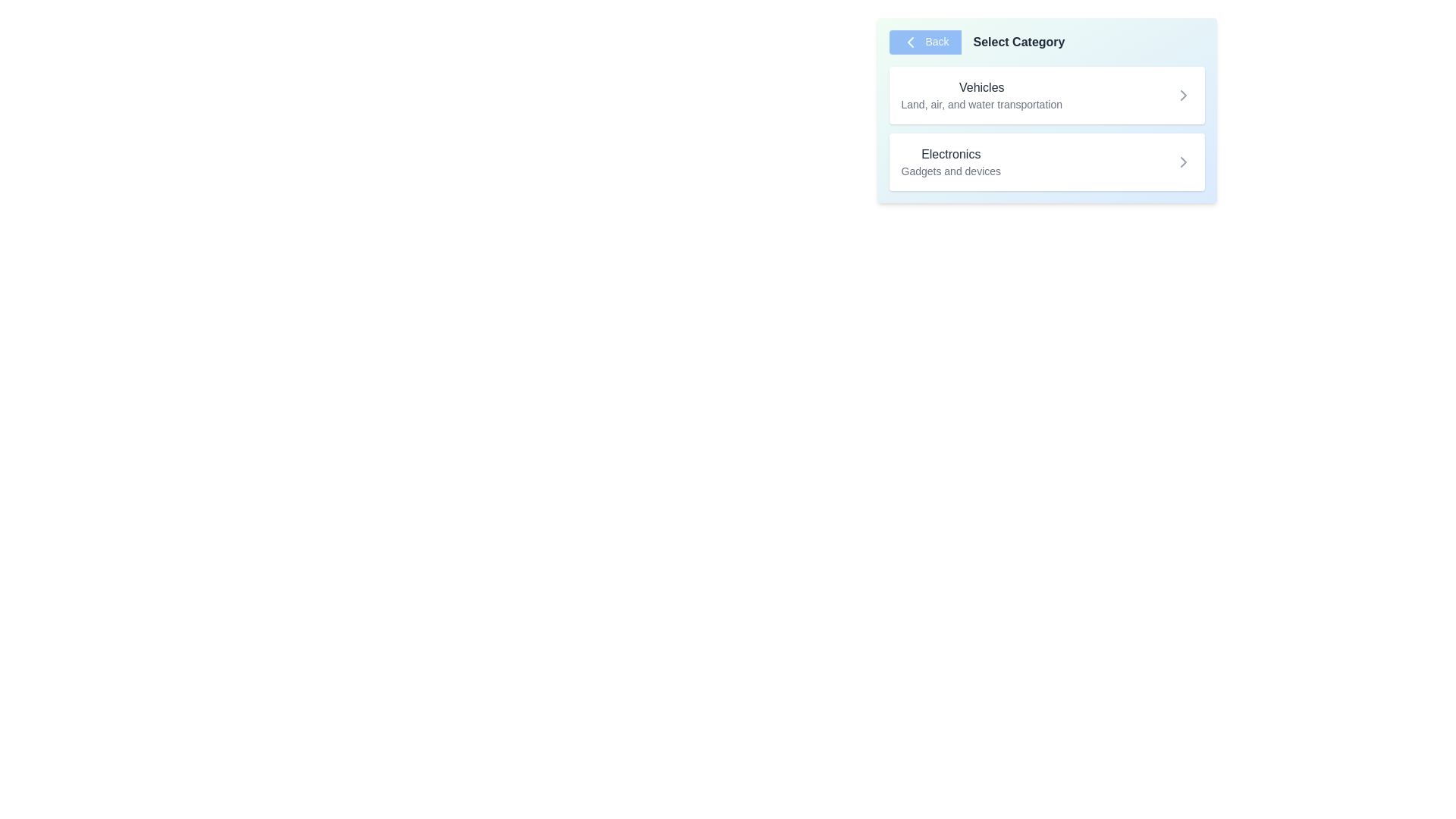 The image size is (1456, 819). I want to click on the 'Vehicles' list item, which is a rectangular clickable element displaying the text 'Vehicles' in bold, so click(1046, 110).